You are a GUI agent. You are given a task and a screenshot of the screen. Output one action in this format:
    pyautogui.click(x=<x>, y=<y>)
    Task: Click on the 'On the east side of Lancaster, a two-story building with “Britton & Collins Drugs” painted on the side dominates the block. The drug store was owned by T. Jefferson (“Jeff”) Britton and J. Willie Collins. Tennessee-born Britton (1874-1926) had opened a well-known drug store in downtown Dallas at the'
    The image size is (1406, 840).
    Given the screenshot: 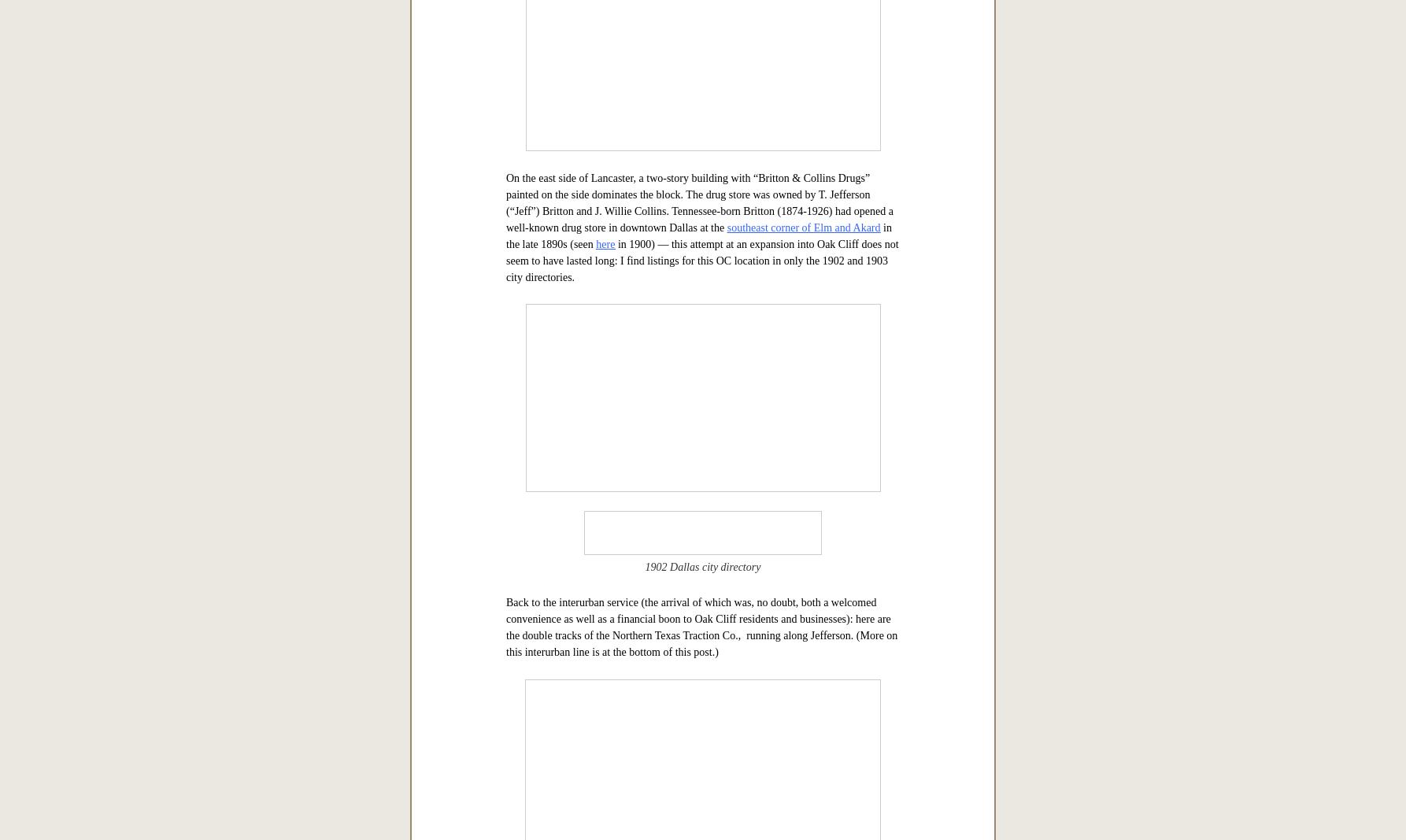 What is the action you would take?
    pyautogui.click(x=698, y=695)
    